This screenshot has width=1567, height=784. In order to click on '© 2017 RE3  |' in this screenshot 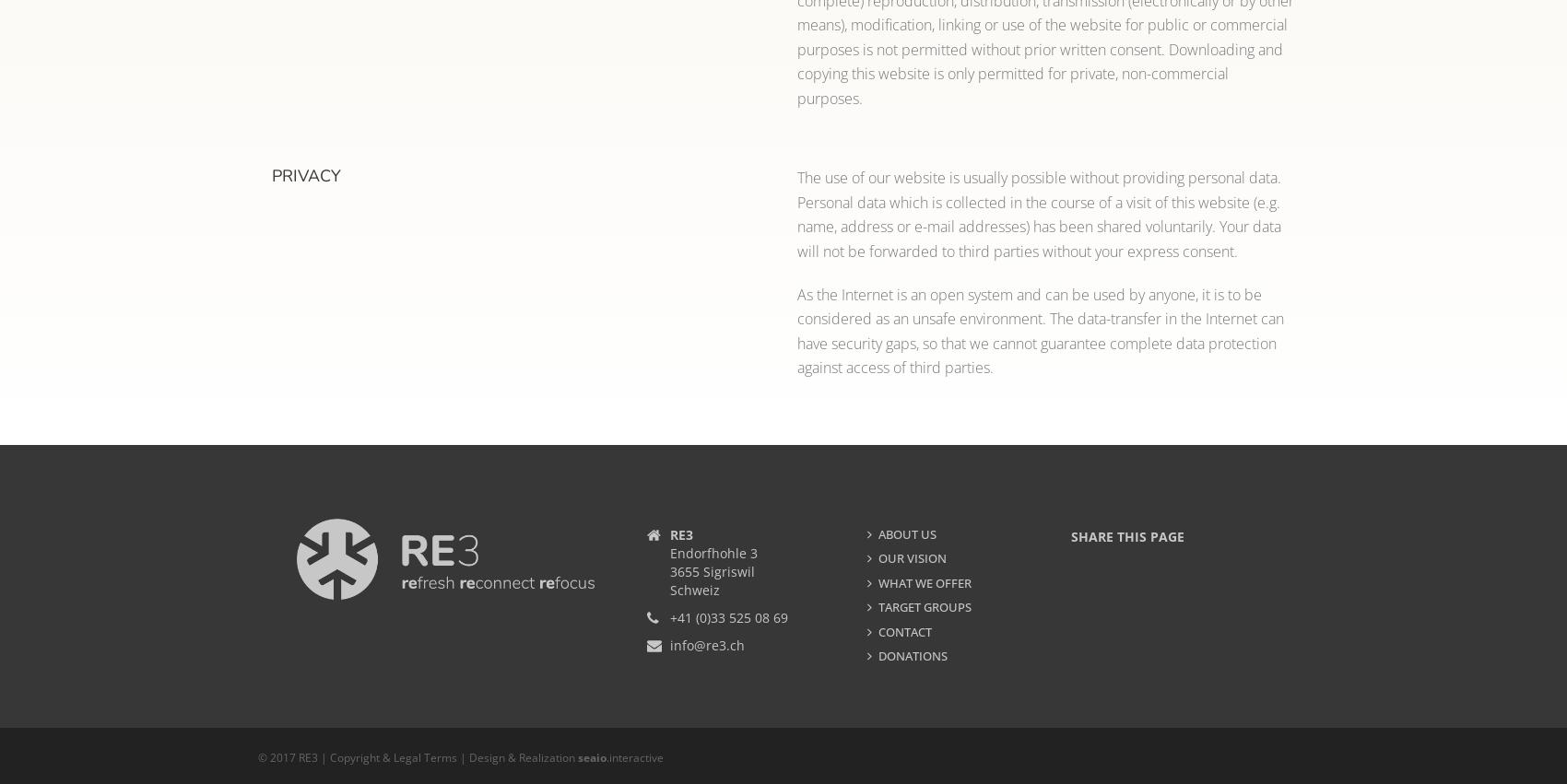, I will do `click(293, 757)`.